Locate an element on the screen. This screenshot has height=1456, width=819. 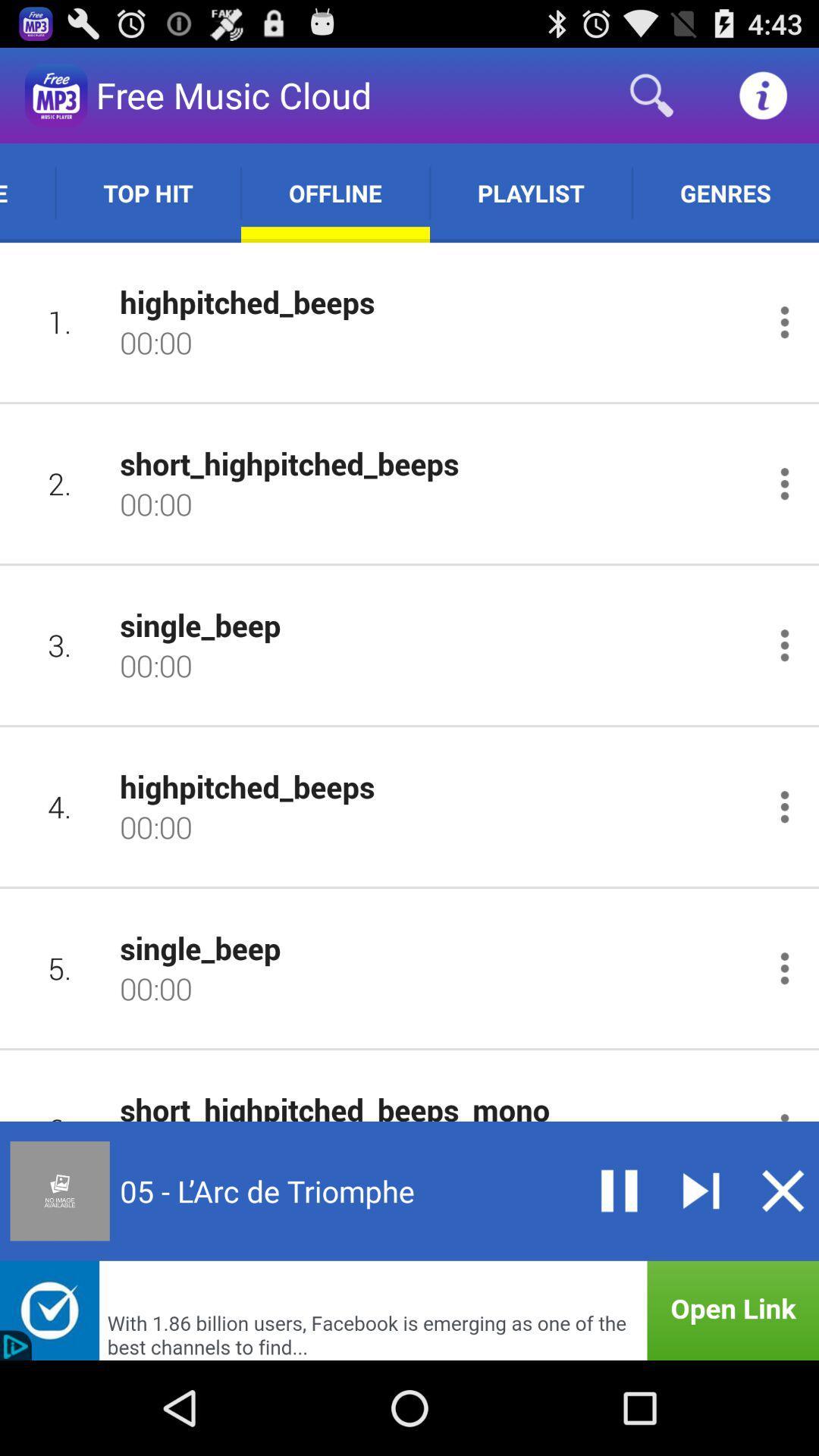
next song is located at coordinates (701, 1190).